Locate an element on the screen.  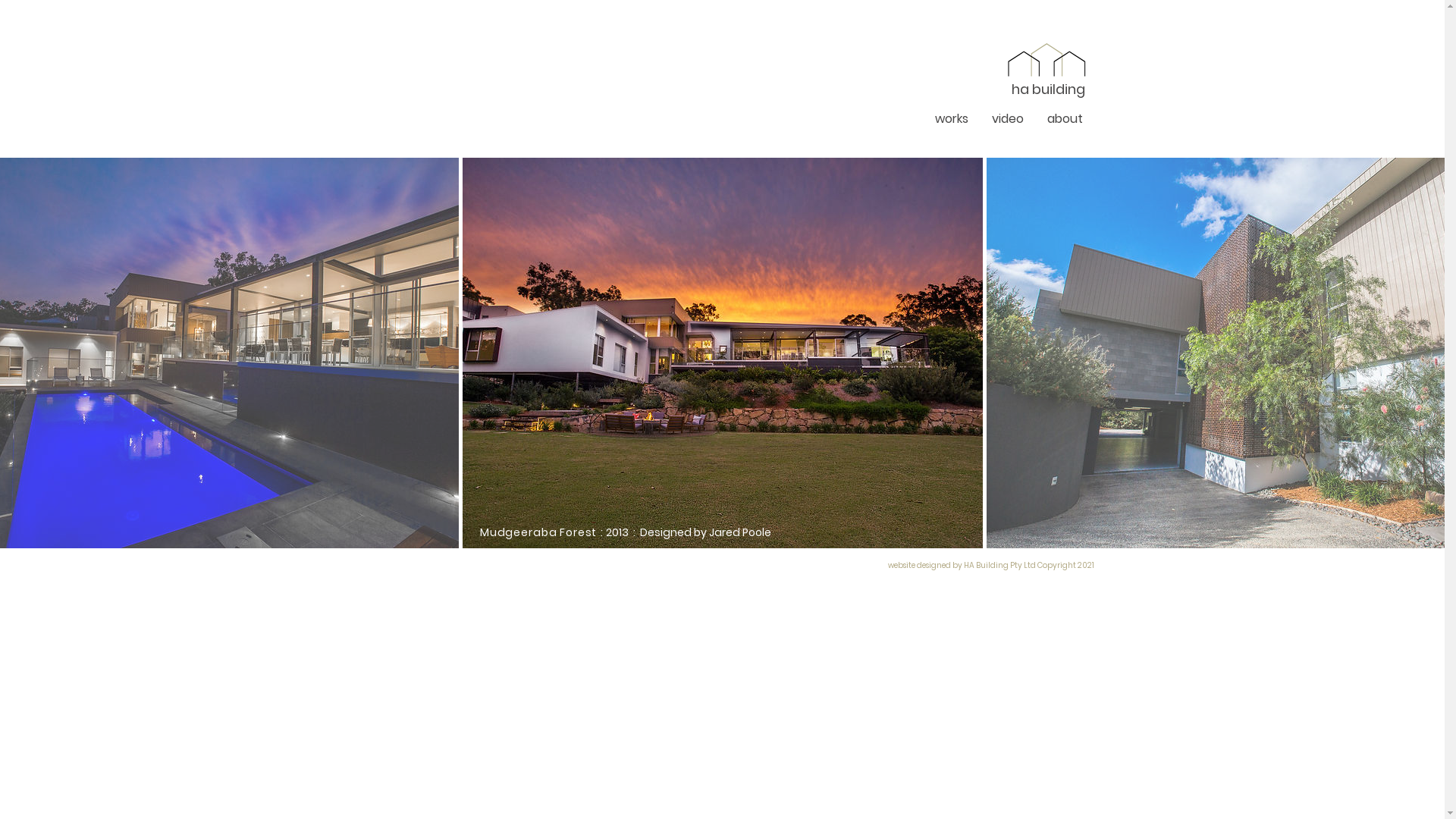
'video' is located at coordinates (979, 118).